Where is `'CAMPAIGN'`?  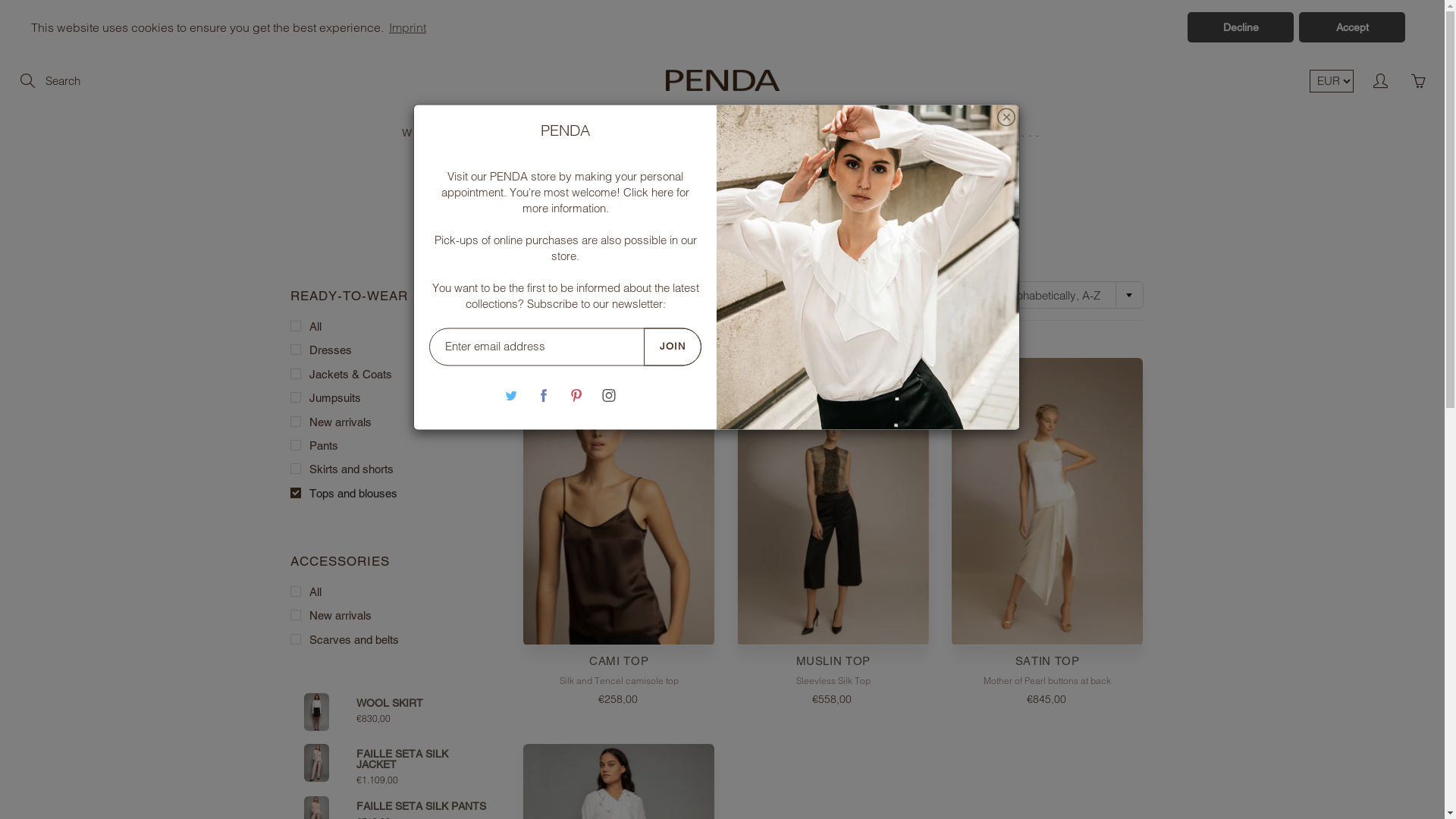
'CAMPAIGN' is located at coordinates (569, 131).